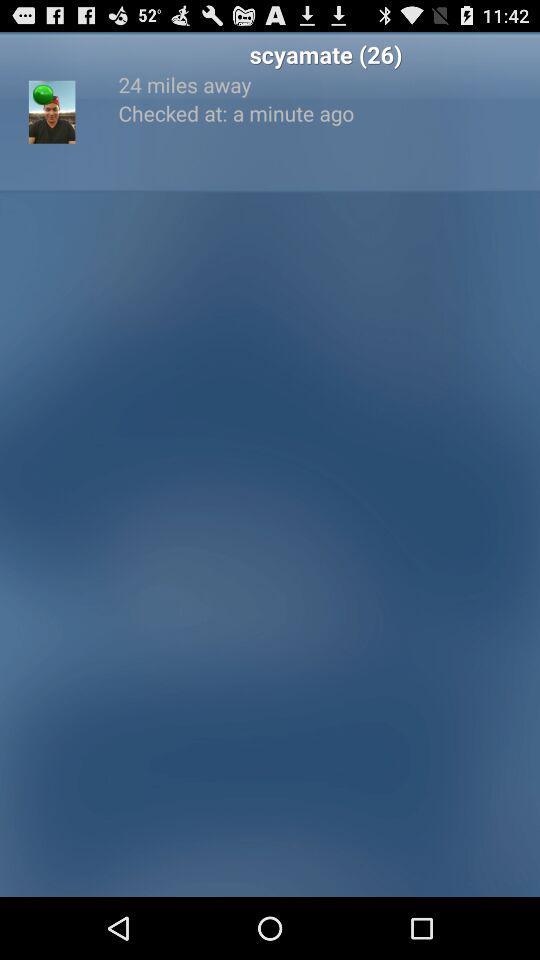  I want to click on the app above the 24 miles away app, so click(325, 53).